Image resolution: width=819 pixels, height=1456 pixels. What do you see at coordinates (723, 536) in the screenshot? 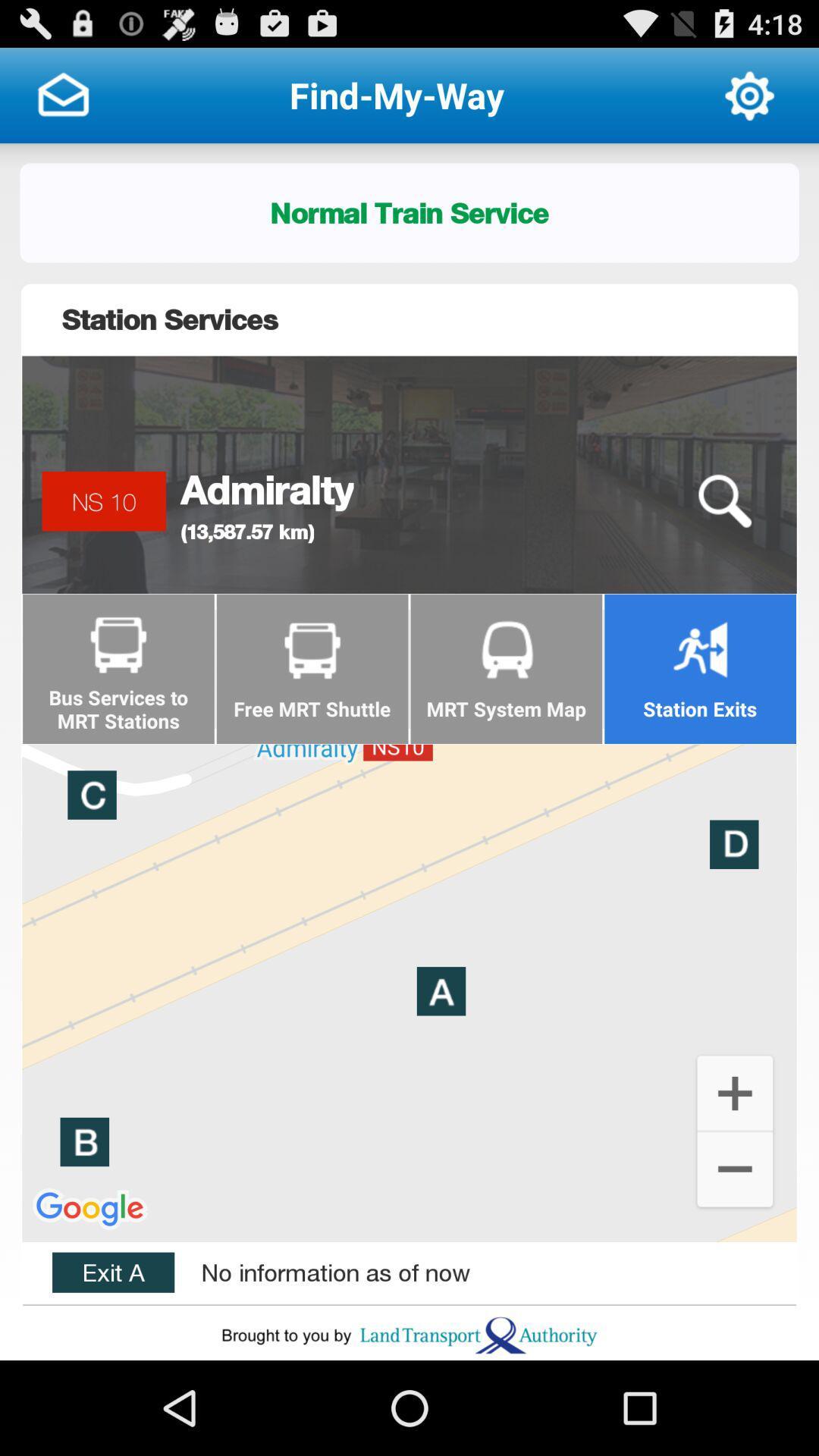
I see `the search icon` at bounding box center [723, 536].